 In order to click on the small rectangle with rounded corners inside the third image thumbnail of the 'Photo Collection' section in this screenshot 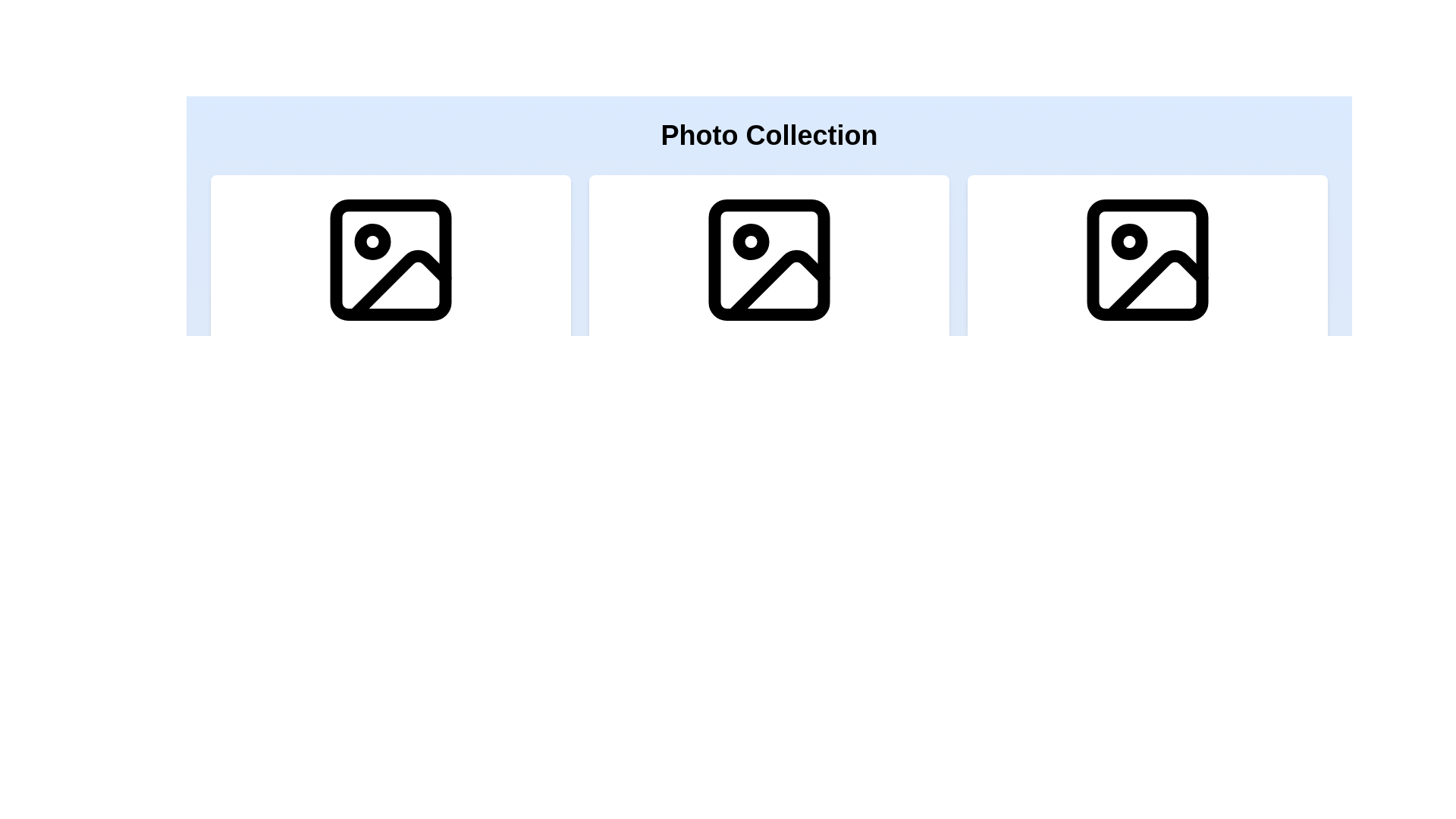, I will do `click(1147, 259)`.